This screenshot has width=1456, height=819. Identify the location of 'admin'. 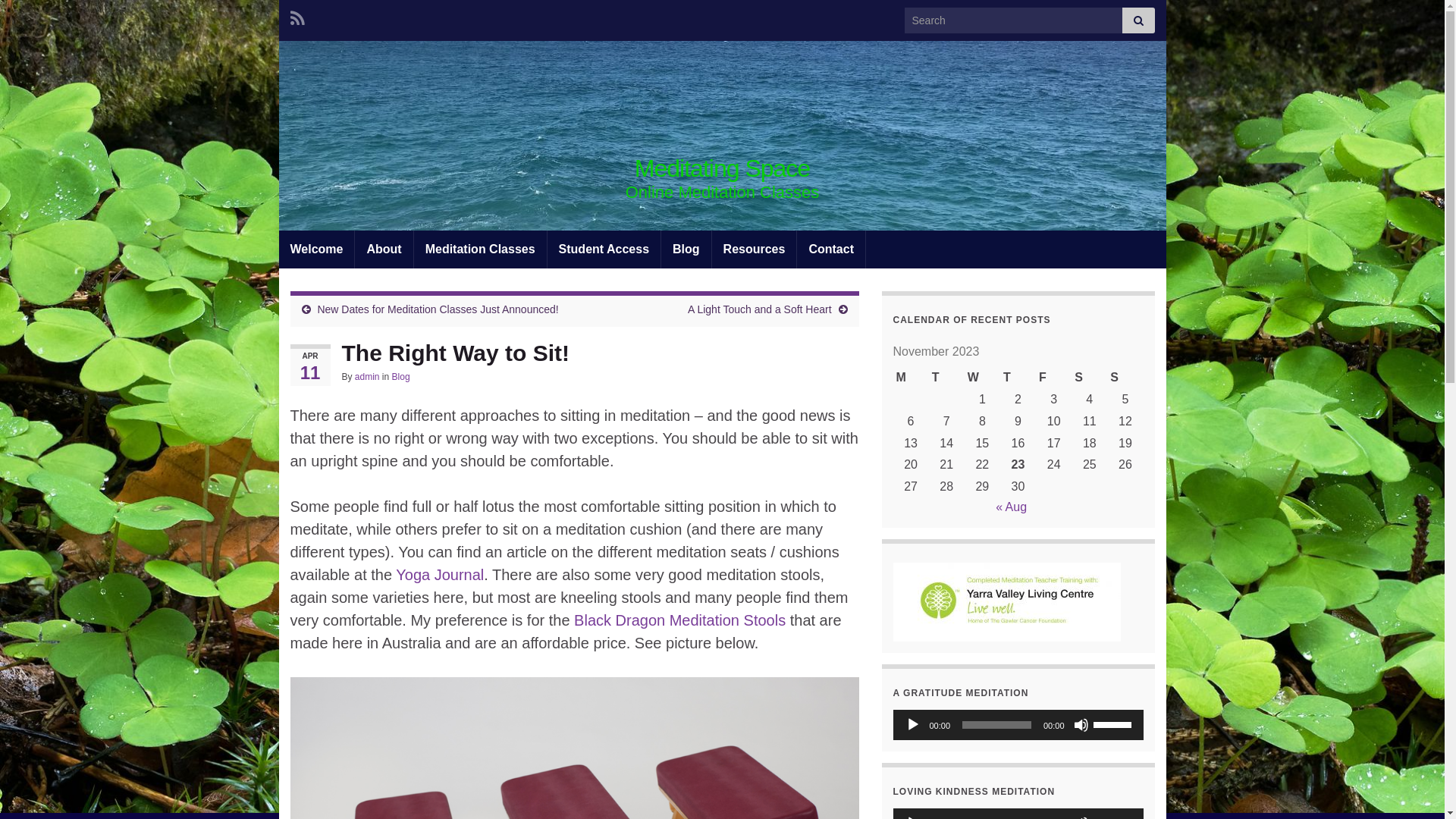
(367, 376).